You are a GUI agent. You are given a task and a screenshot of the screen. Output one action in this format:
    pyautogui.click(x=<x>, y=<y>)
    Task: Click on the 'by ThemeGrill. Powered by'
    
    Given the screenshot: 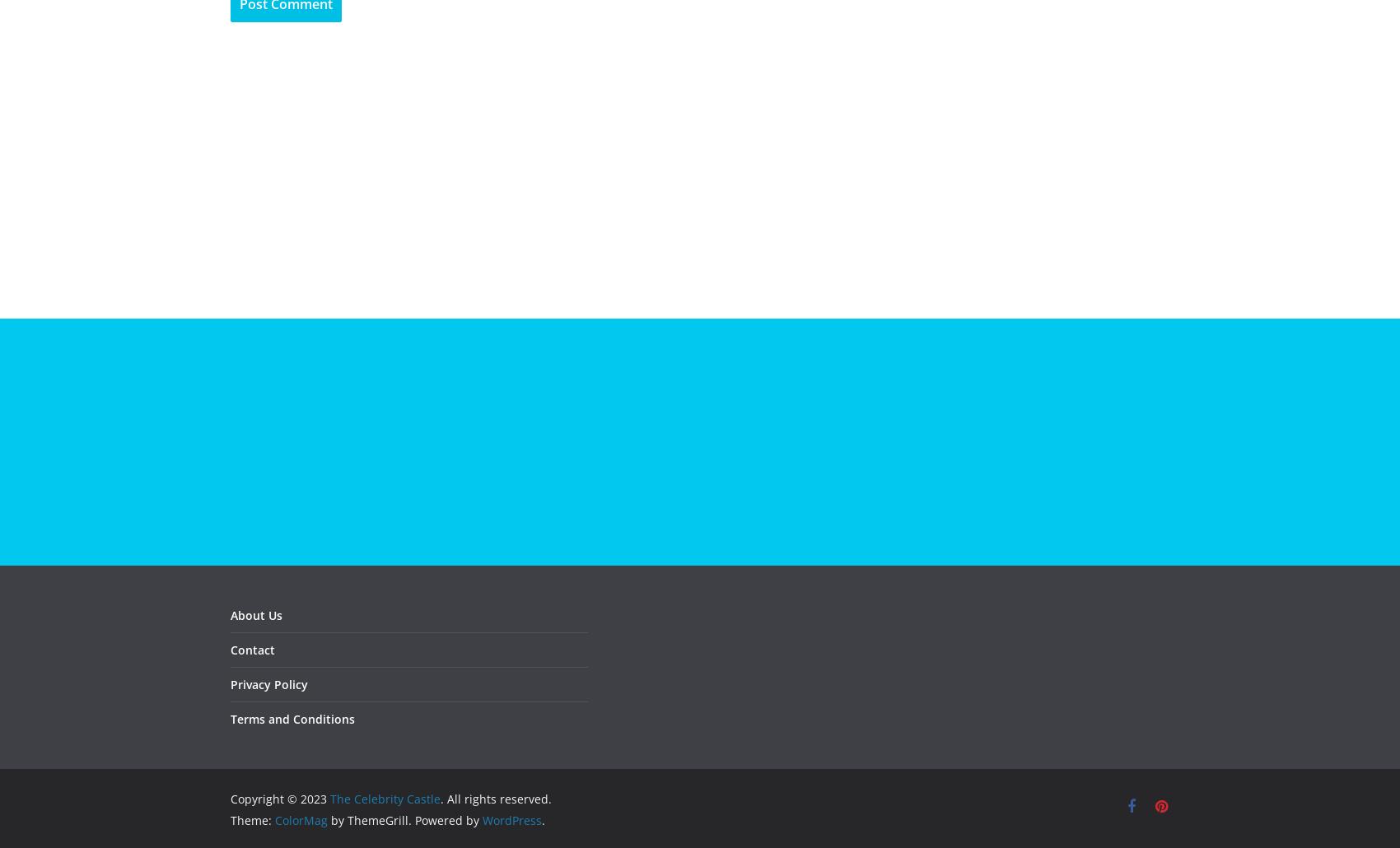 What is the action you would take?
    pyautogui.click(x=404, y=818)
    